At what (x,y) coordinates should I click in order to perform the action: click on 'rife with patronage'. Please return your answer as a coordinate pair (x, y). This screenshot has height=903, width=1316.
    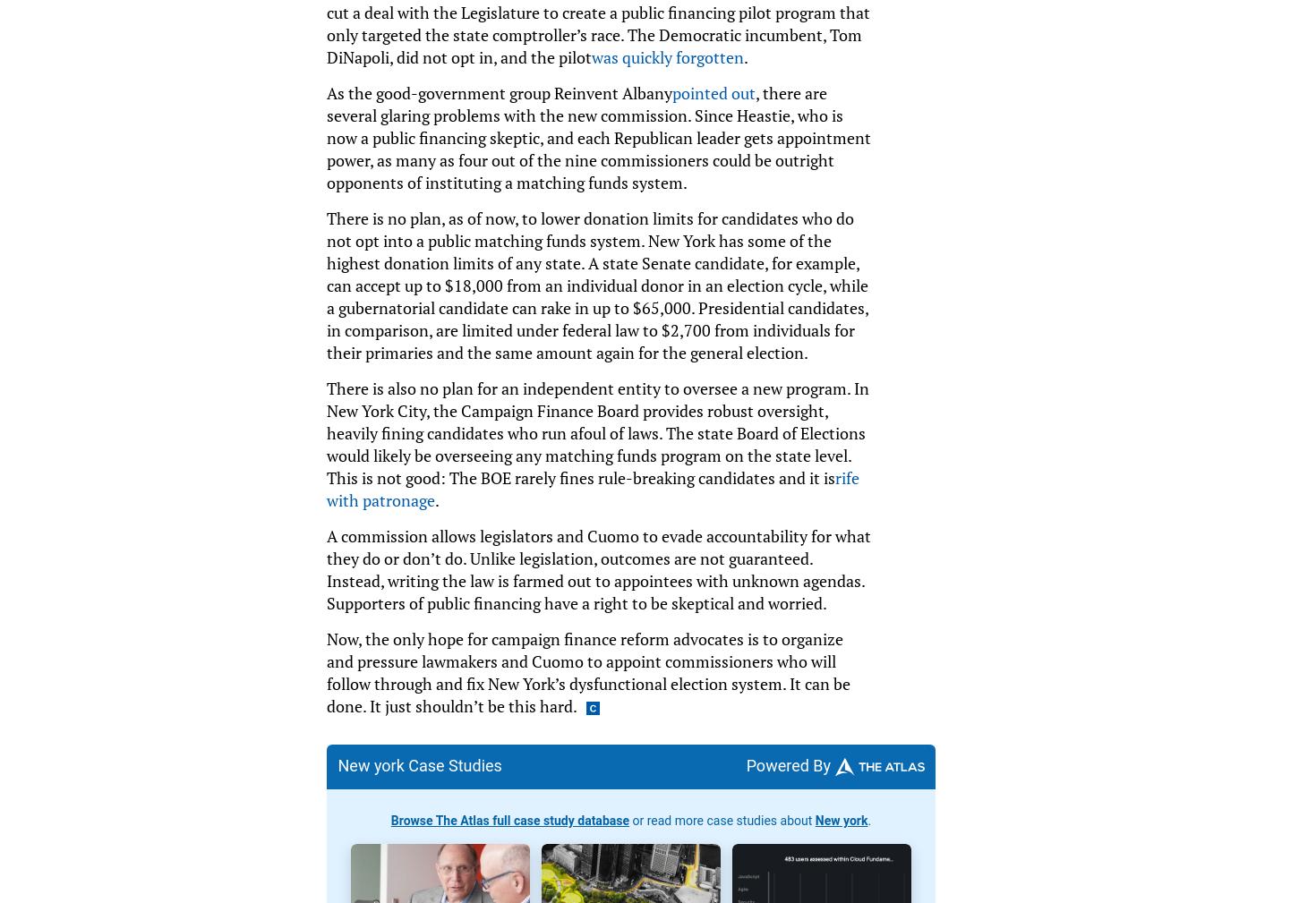
    Looking at the image, I should click on (326, 488).